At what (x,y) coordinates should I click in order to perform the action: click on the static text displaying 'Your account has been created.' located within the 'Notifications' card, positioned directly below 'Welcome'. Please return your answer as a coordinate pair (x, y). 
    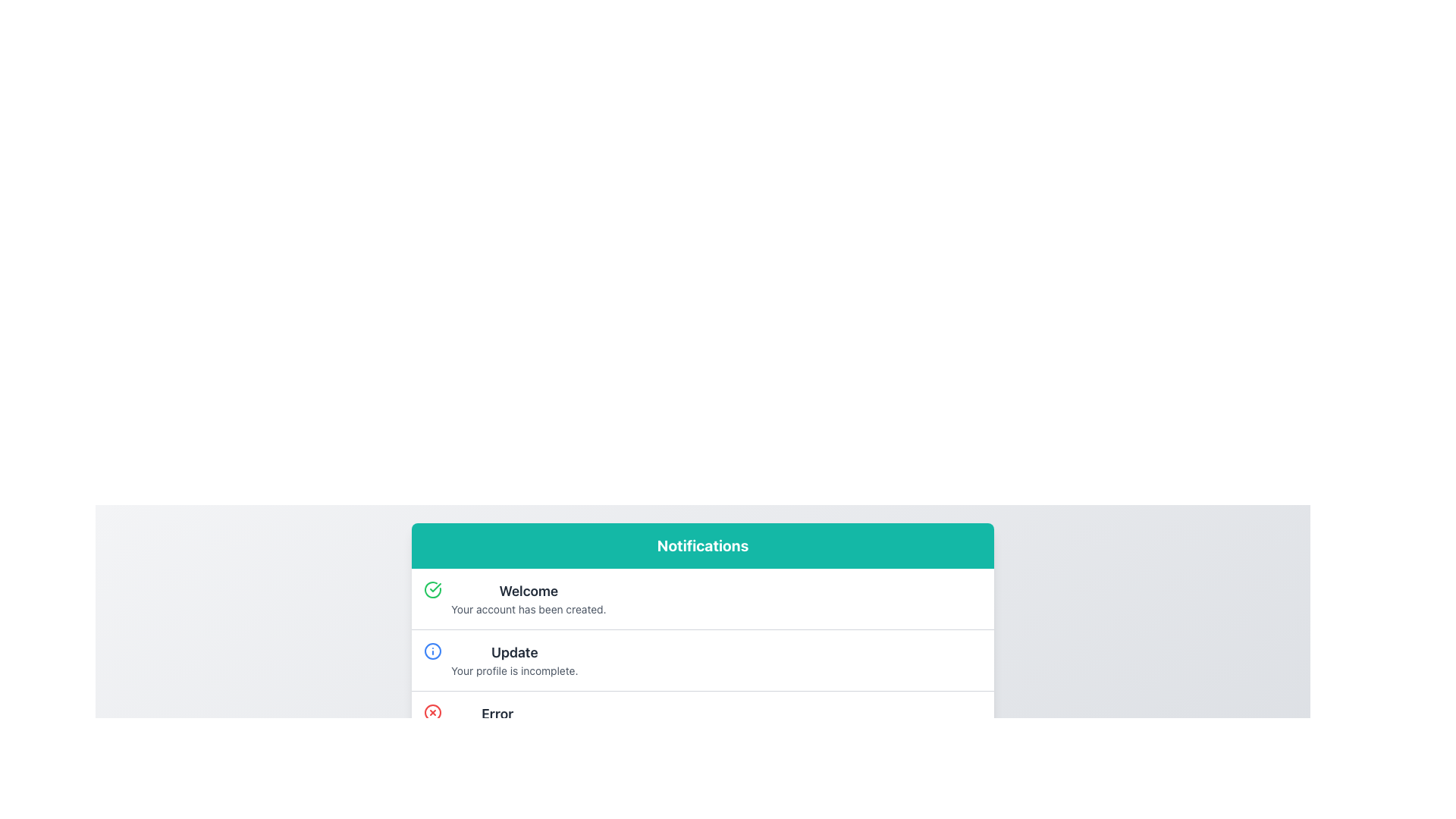
    Looking at the image, I should click on (529, 608).